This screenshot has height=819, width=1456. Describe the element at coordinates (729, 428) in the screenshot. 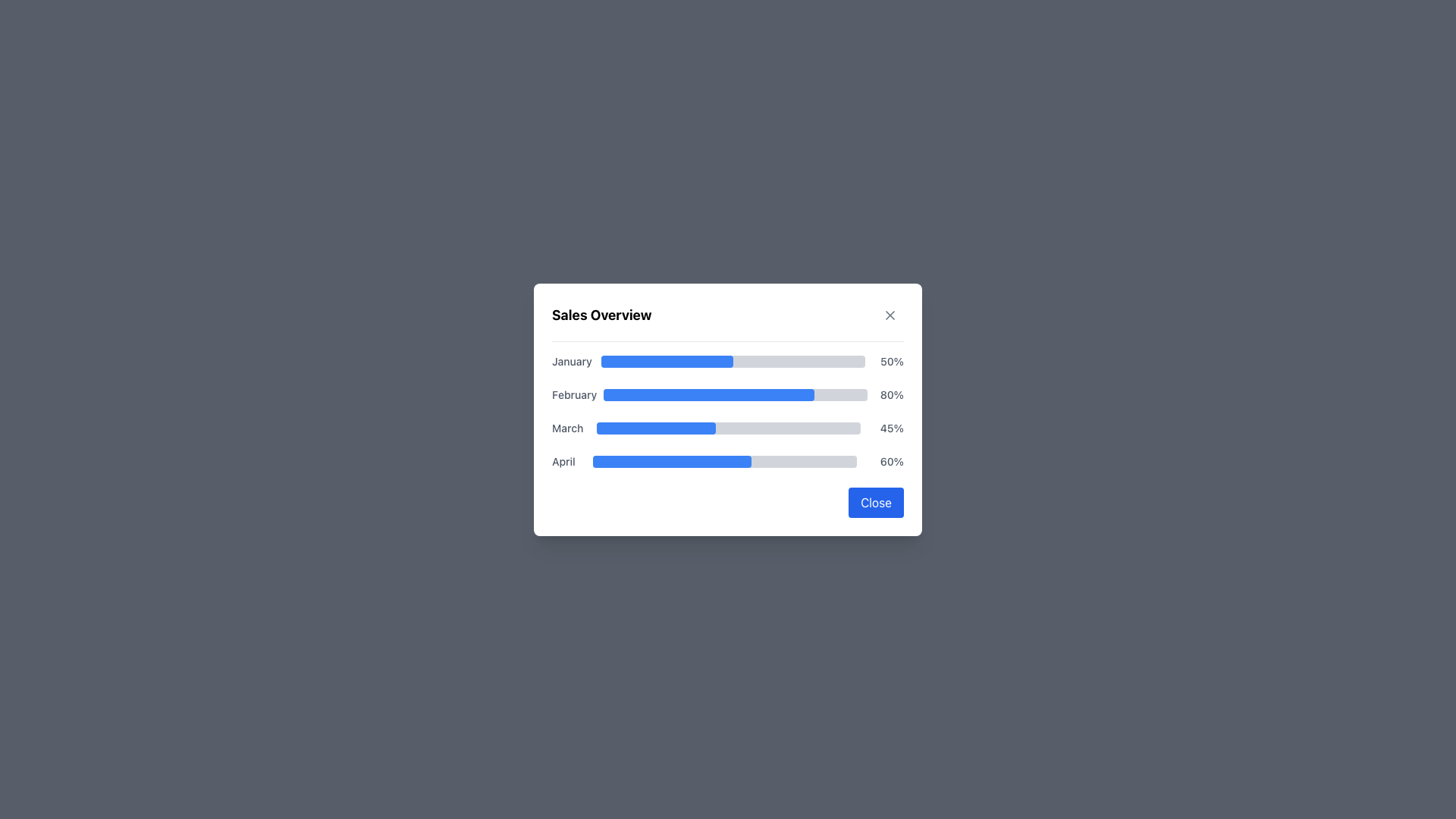

I see `the third progress bar in the list labeled 'March', which has a gray background and a blue filled segment indicating 45% progress` at that location.